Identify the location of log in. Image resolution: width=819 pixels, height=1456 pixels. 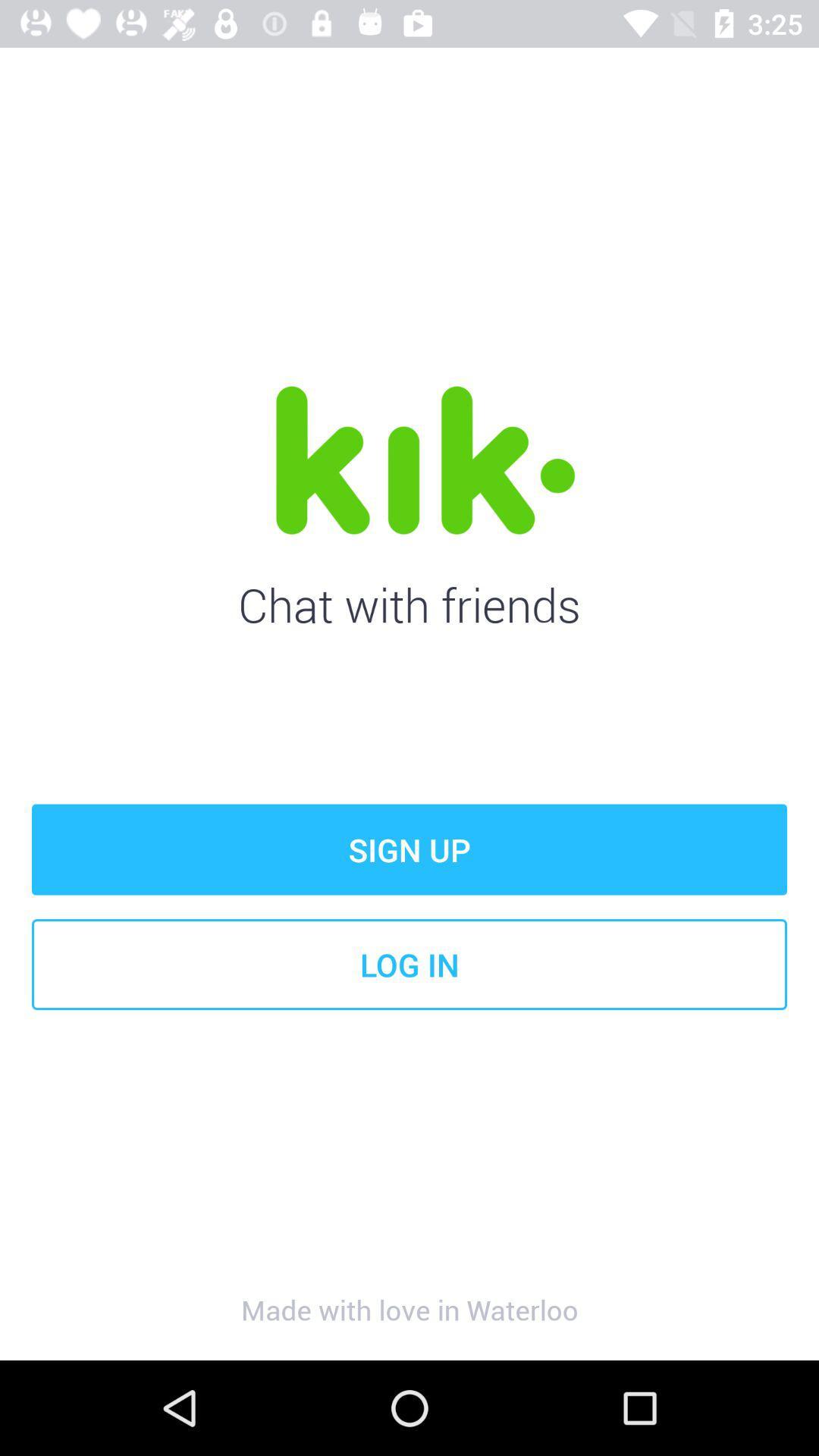
(409, 964).